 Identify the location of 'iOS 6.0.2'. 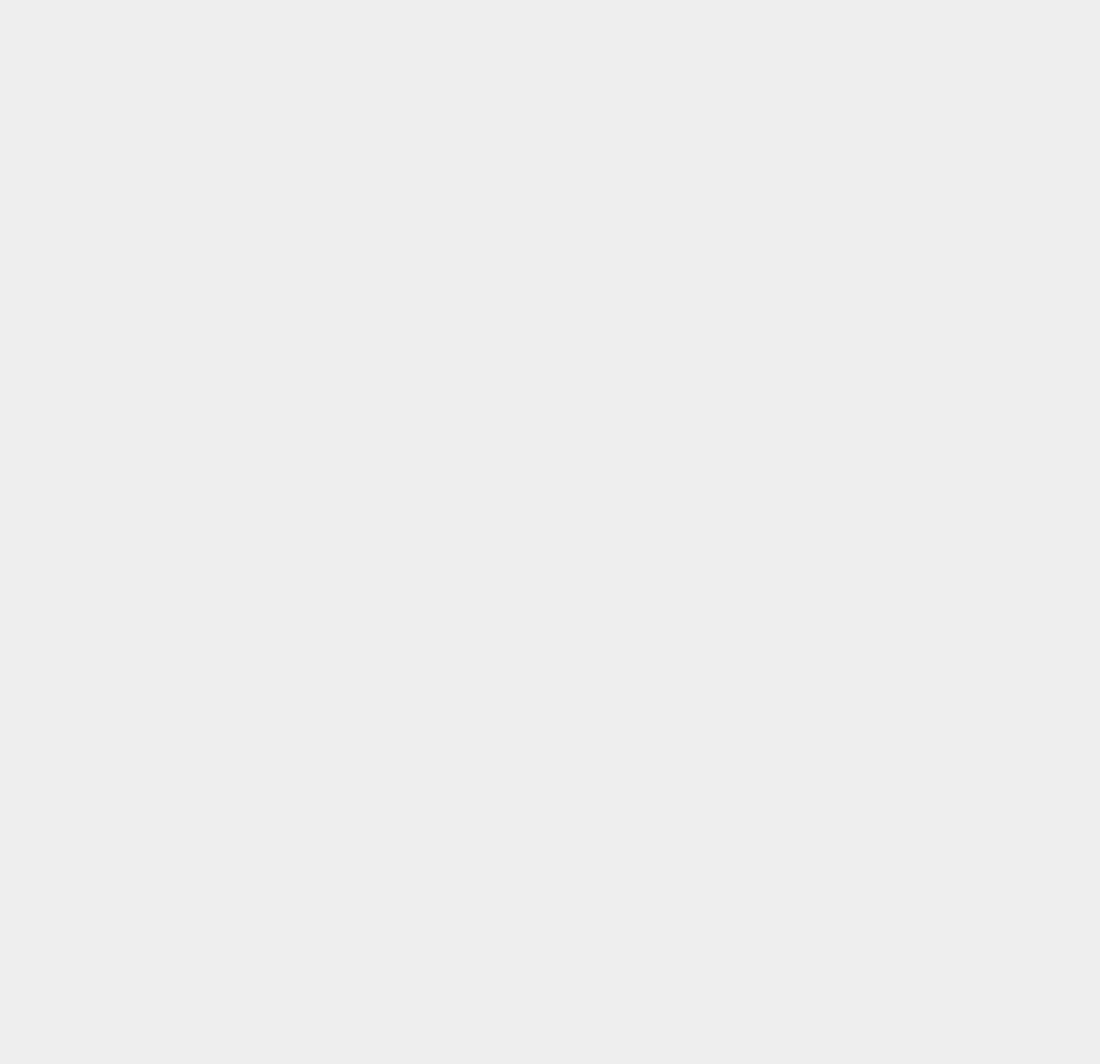
(805, 816).